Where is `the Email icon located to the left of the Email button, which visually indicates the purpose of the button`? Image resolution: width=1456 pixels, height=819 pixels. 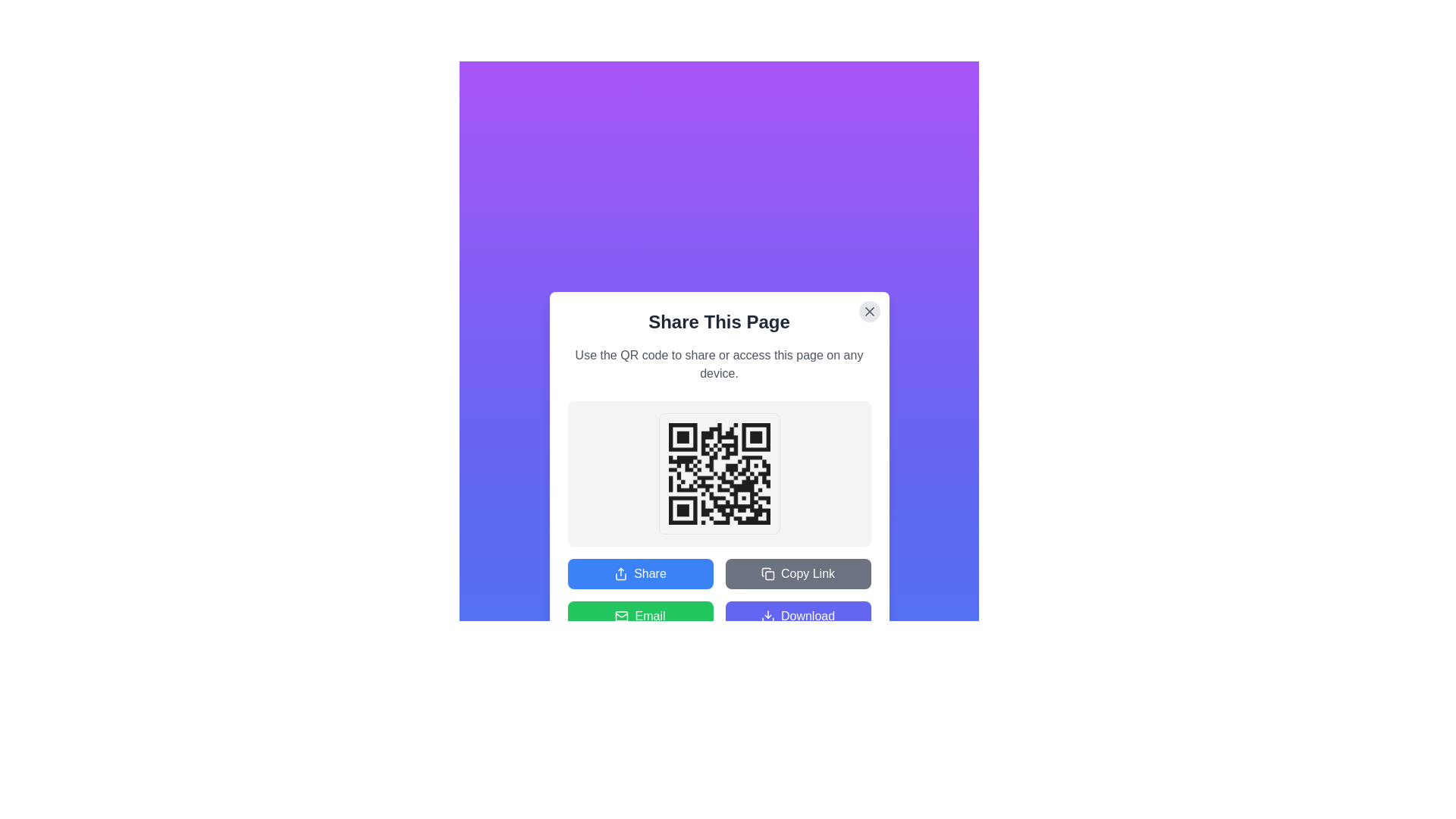 the Email icon located to the left of the Email button, which visually indicates the purpose of the button is located at coordinates (622, 617).